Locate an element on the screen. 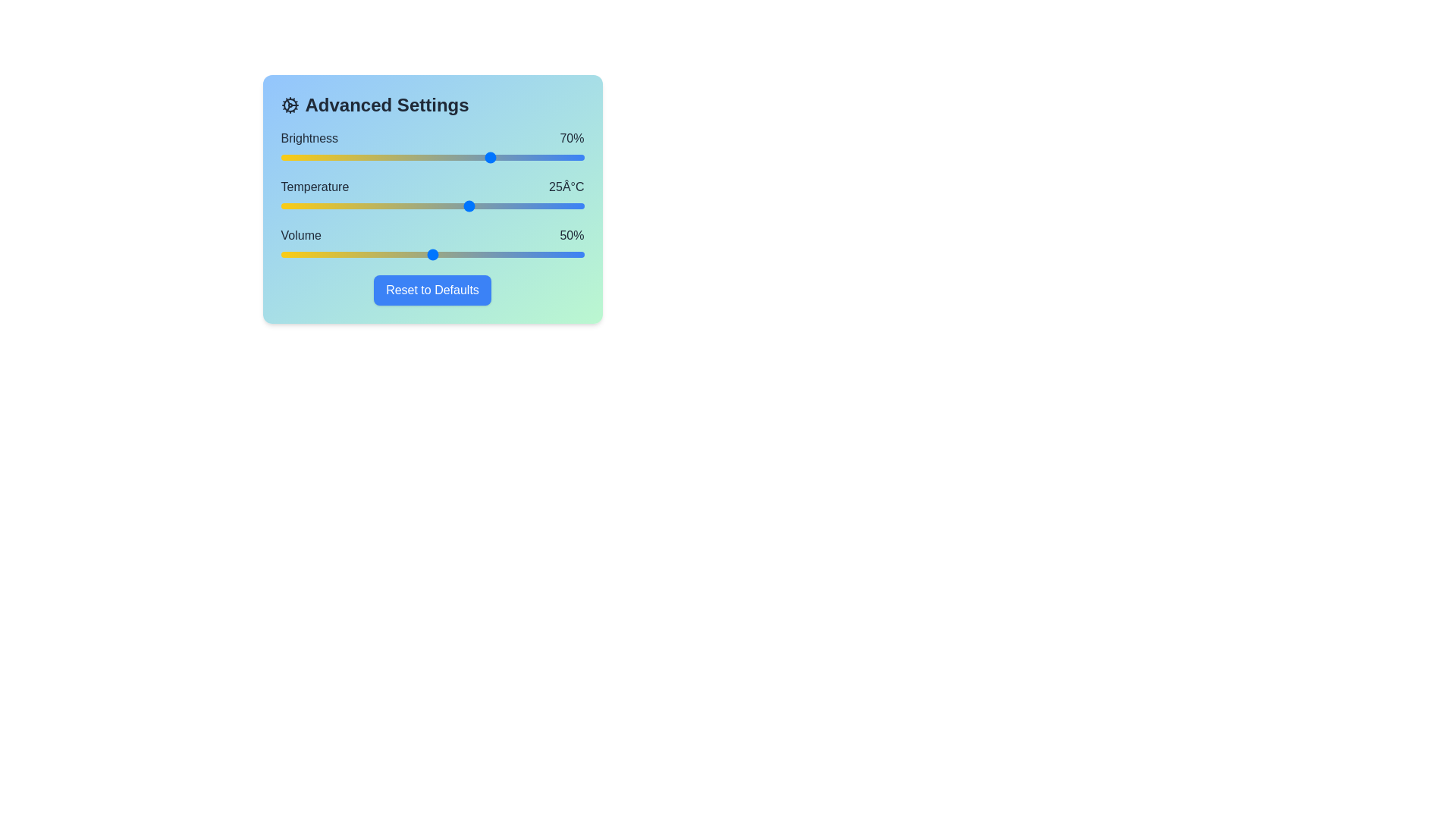 This screenshot has width=1456, height=819. 'Reset to Defaults' button is located at coordinates (431, 290).